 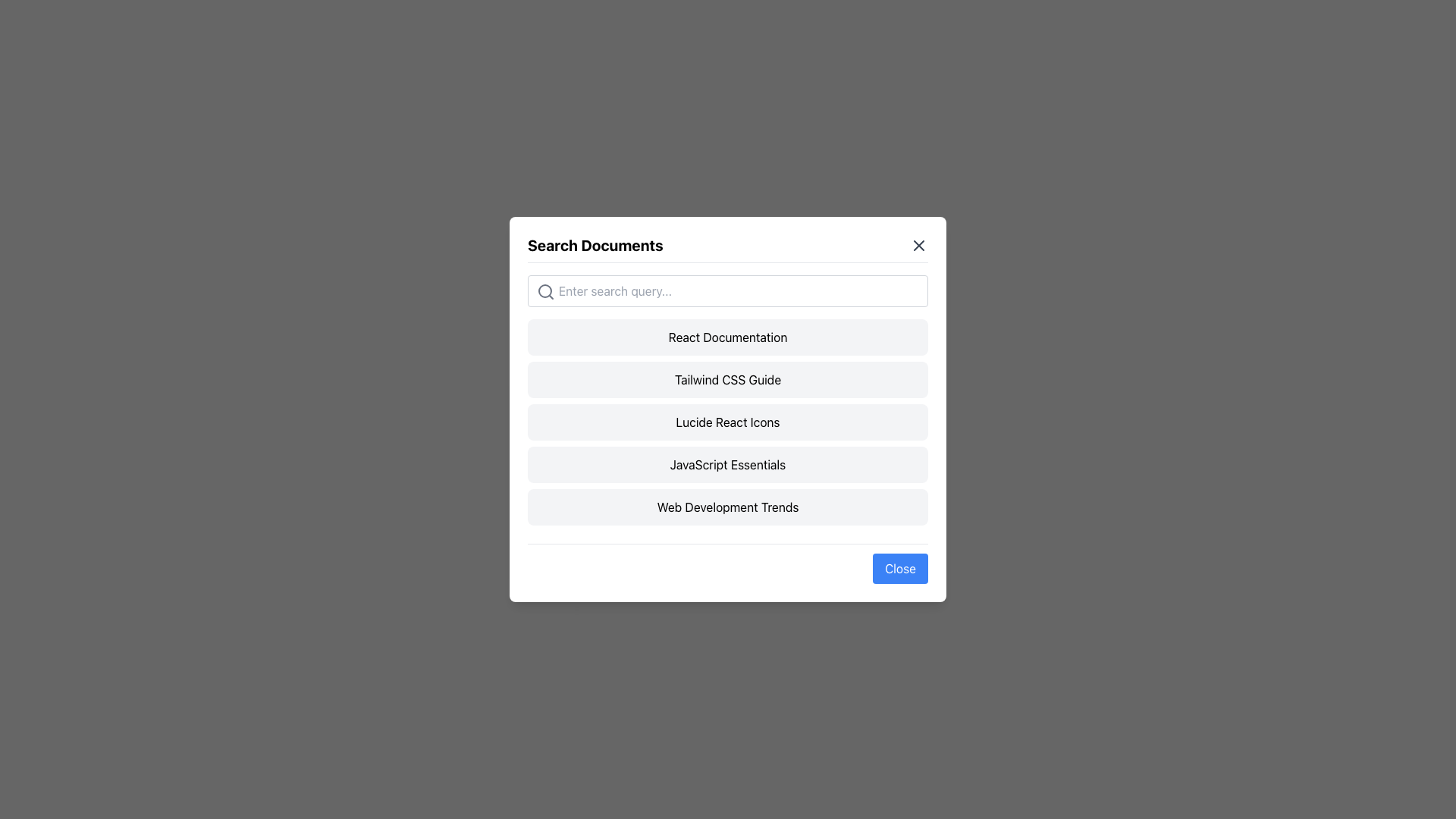 I want to click on the first button in the vertical list that provides access to React documentation, so click(x=728, y=336).